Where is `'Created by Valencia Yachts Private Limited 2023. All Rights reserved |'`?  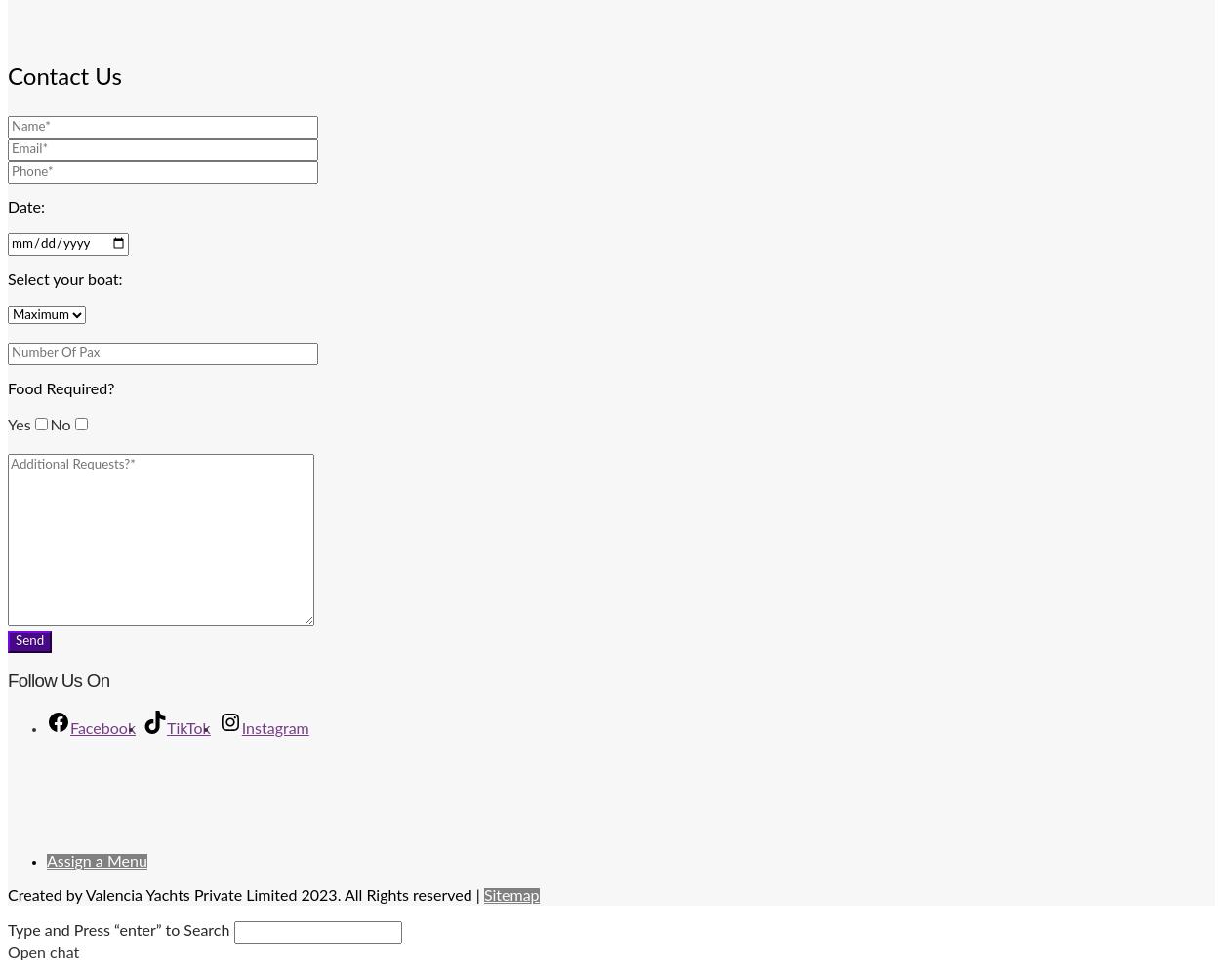
'Created by Valencia Yachts Private Limited 2023. All Rights reserved |' is located at coordinates (245, 894).